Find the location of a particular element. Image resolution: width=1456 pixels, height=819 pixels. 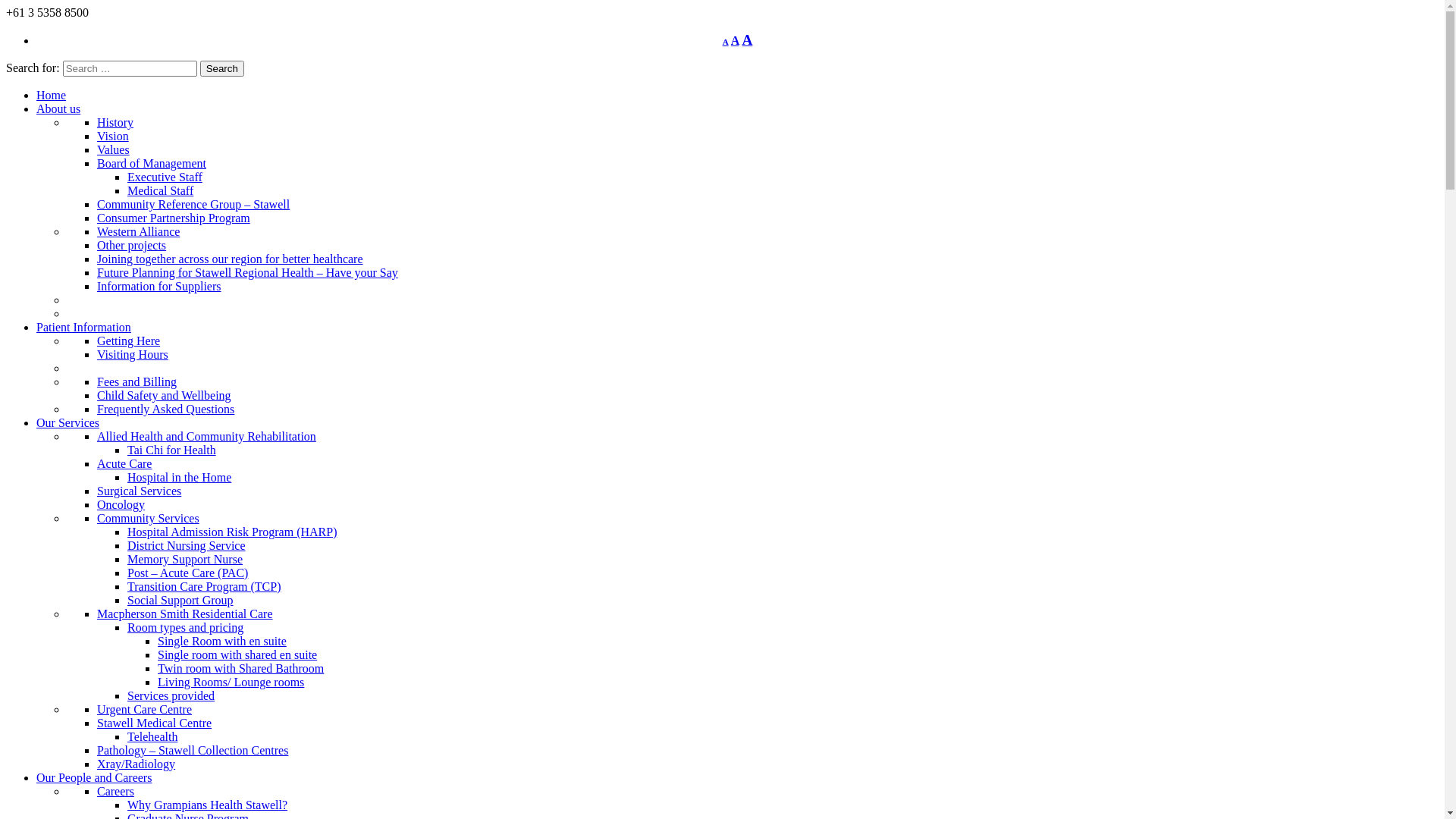

'Allied Health and Community Rehabilitation' is located at coordinates (206, 436).